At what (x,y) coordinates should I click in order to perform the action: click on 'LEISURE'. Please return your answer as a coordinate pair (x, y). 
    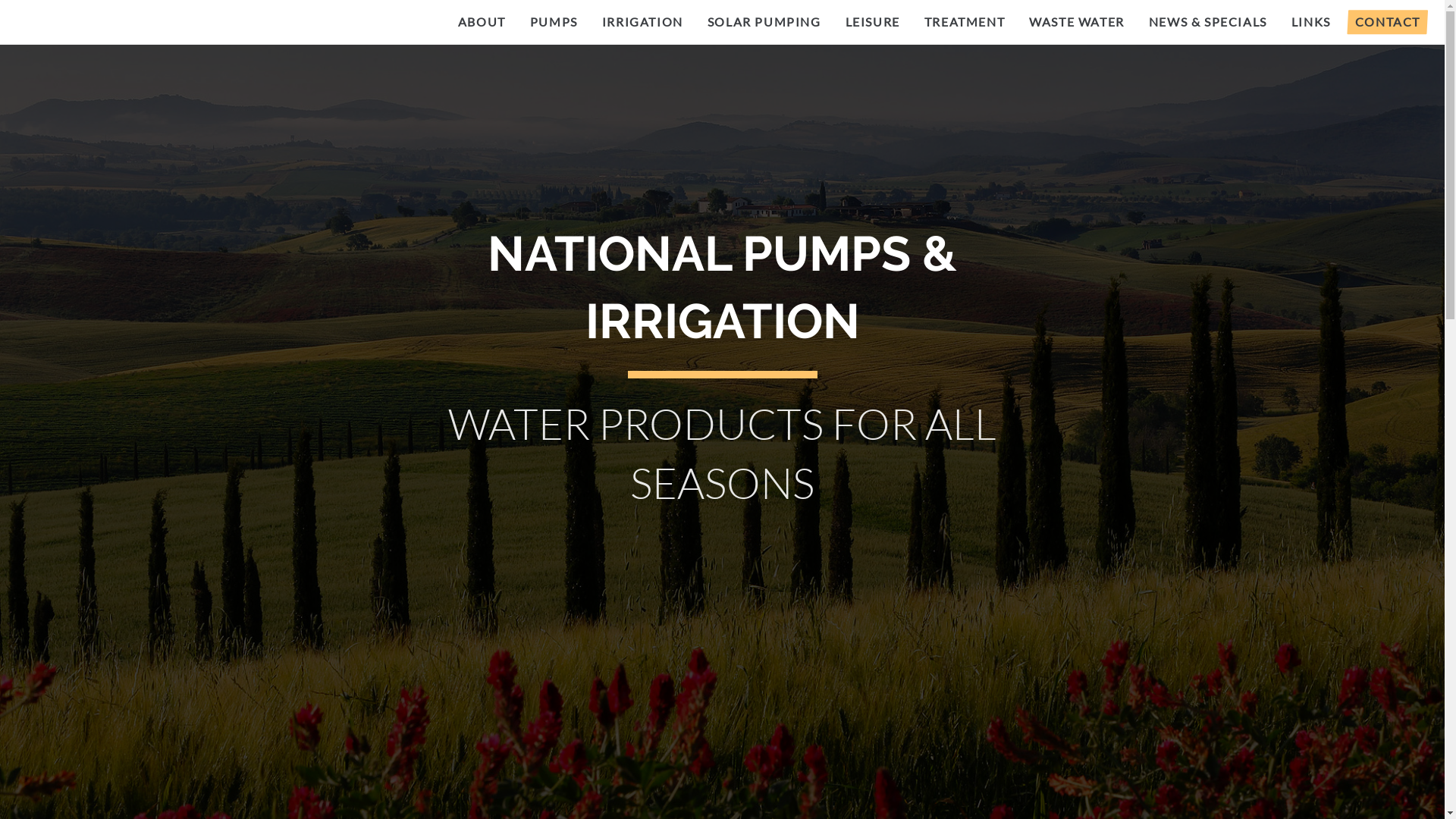
    Looking at the image, I should click on (873, 22).